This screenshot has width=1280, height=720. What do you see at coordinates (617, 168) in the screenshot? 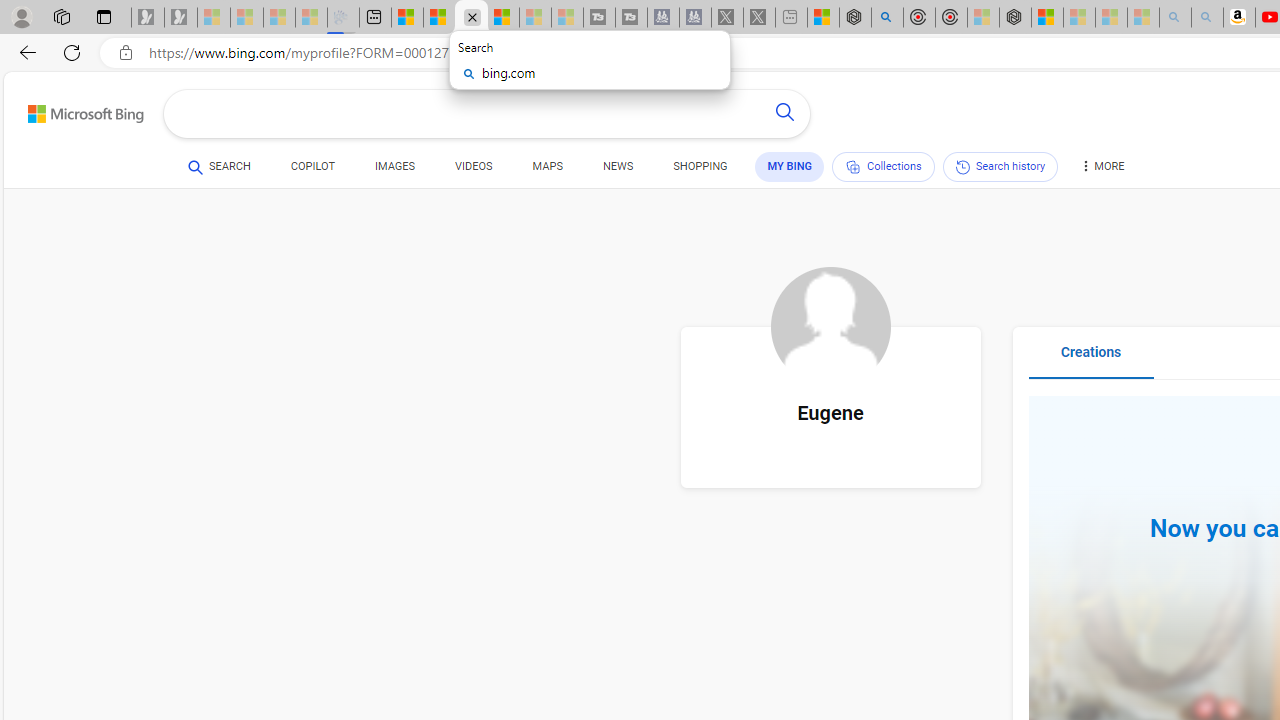
I see `'NEWS'` at bounding box center [617, 168].